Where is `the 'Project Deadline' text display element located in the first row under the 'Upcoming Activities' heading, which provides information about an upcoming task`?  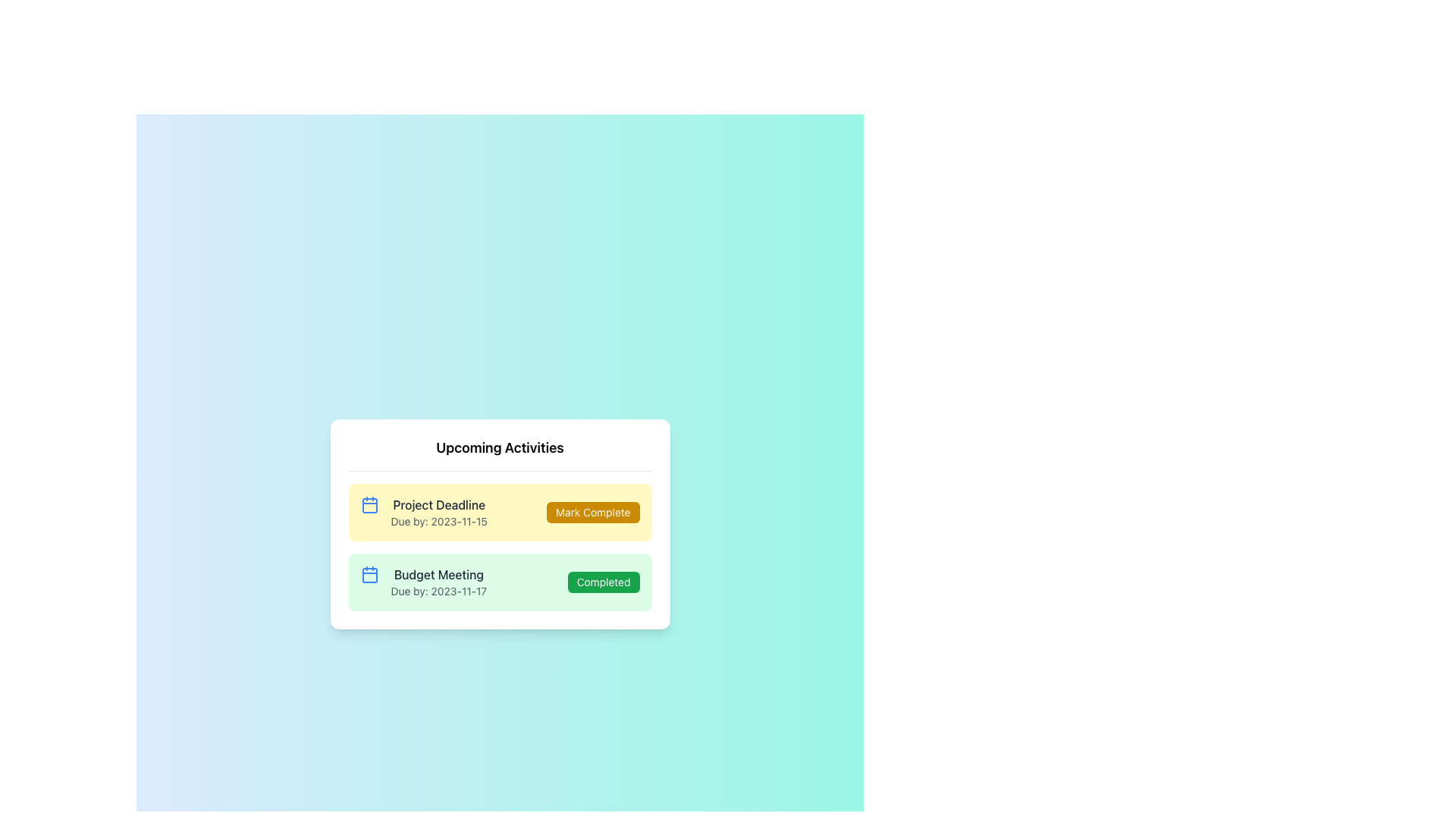
the 'Project Deadline' text display element located in the first row under the 'Upcoming Activities' heading, which provides information about an upcoming task is located at coordinates (438, 512).